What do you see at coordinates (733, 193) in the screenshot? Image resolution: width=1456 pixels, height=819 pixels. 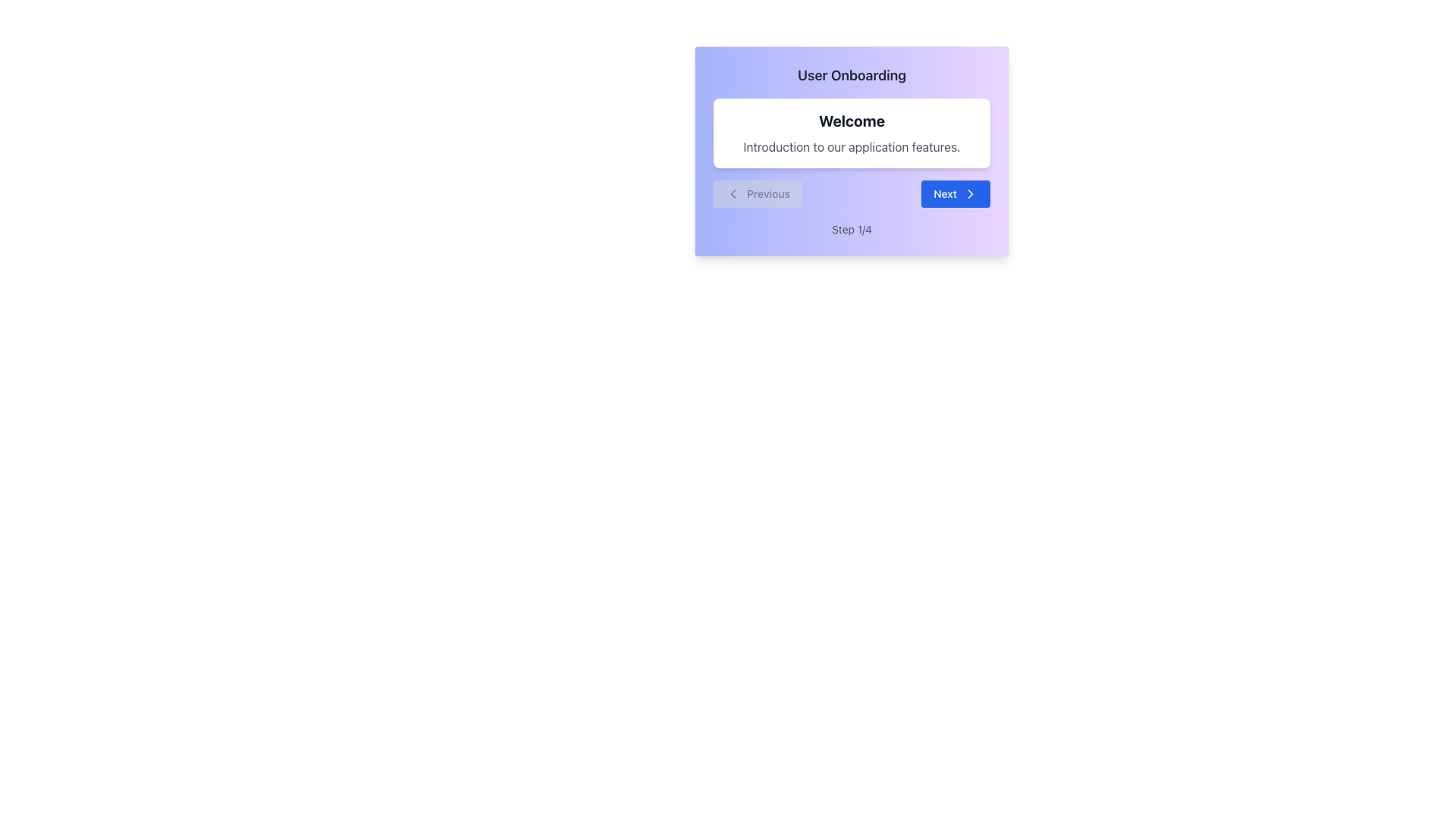 I see `the leftward-pointing chevron icon, which is part of the 'Previous' navigation button located on the left side of the navigation section` at bounding box center [733, 193].